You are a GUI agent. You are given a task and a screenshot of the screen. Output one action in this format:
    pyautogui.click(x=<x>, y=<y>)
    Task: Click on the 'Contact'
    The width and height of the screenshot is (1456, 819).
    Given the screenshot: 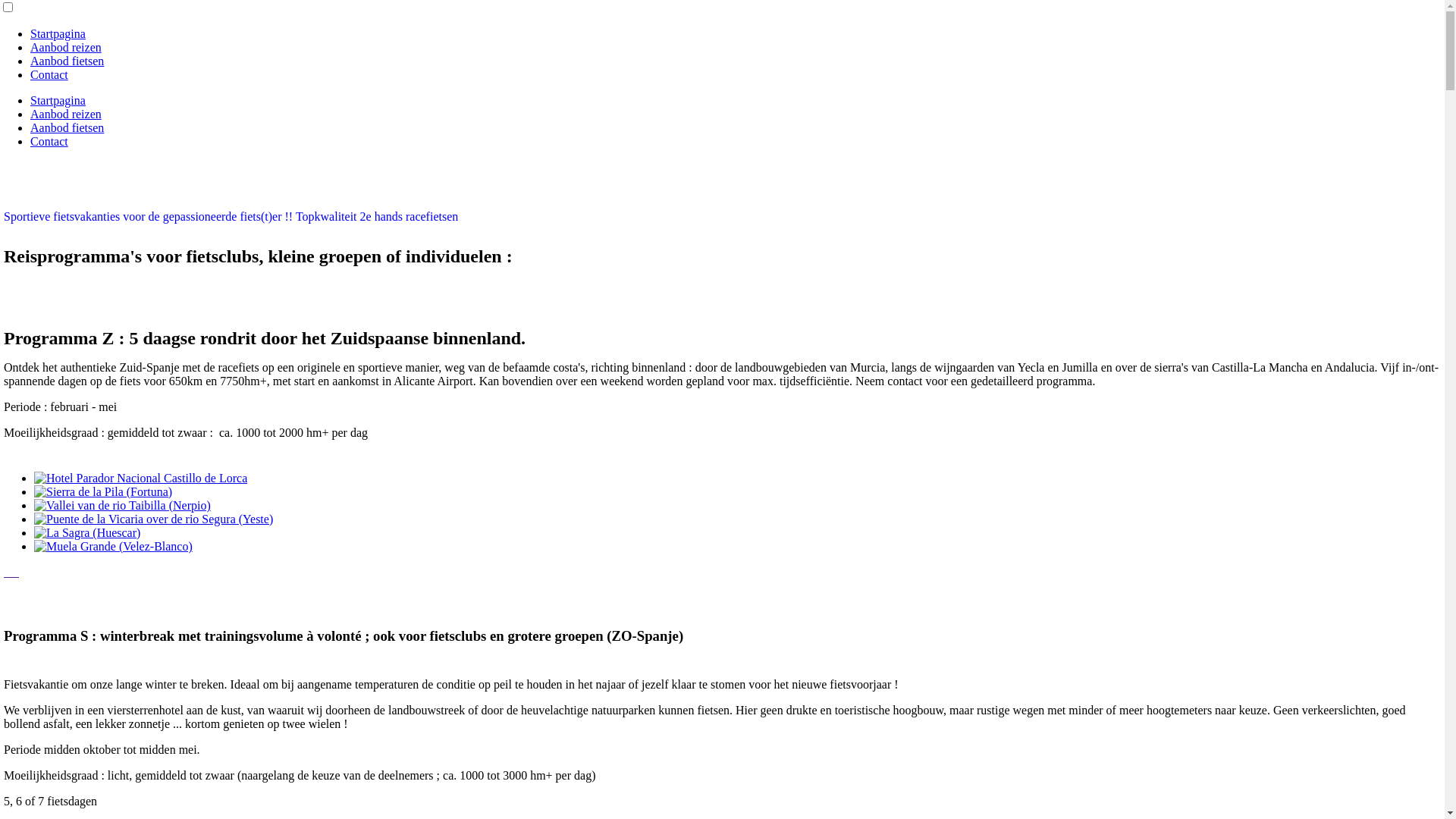 What is the action you would take?
    pyautogui.click(x=30, y=141)
    